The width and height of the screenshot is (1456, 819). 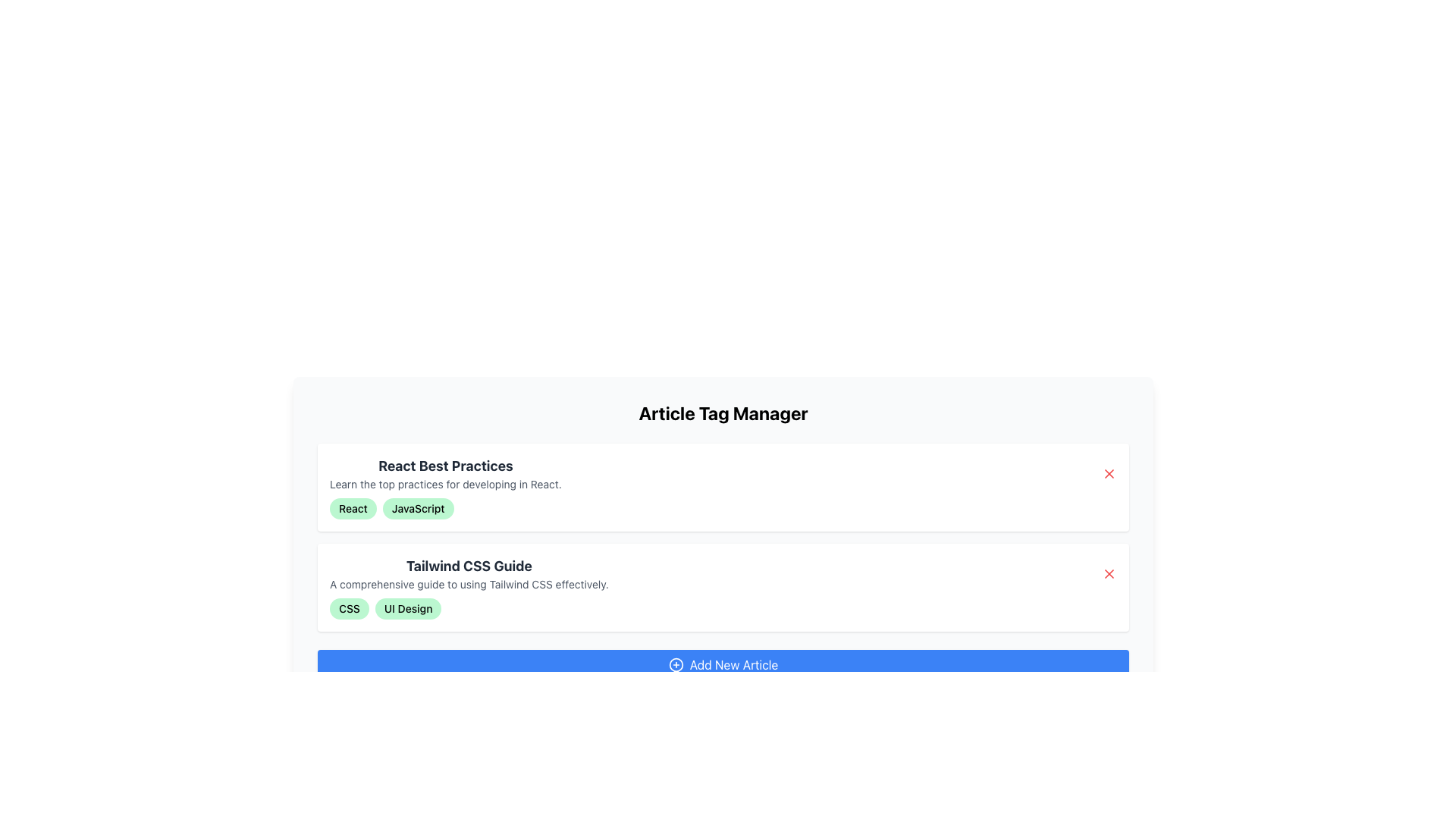 I want to click on the text display providing a brief description for the 'Tailwind CSS Guide' located directly beneath its header, so click(x=468, y=584).